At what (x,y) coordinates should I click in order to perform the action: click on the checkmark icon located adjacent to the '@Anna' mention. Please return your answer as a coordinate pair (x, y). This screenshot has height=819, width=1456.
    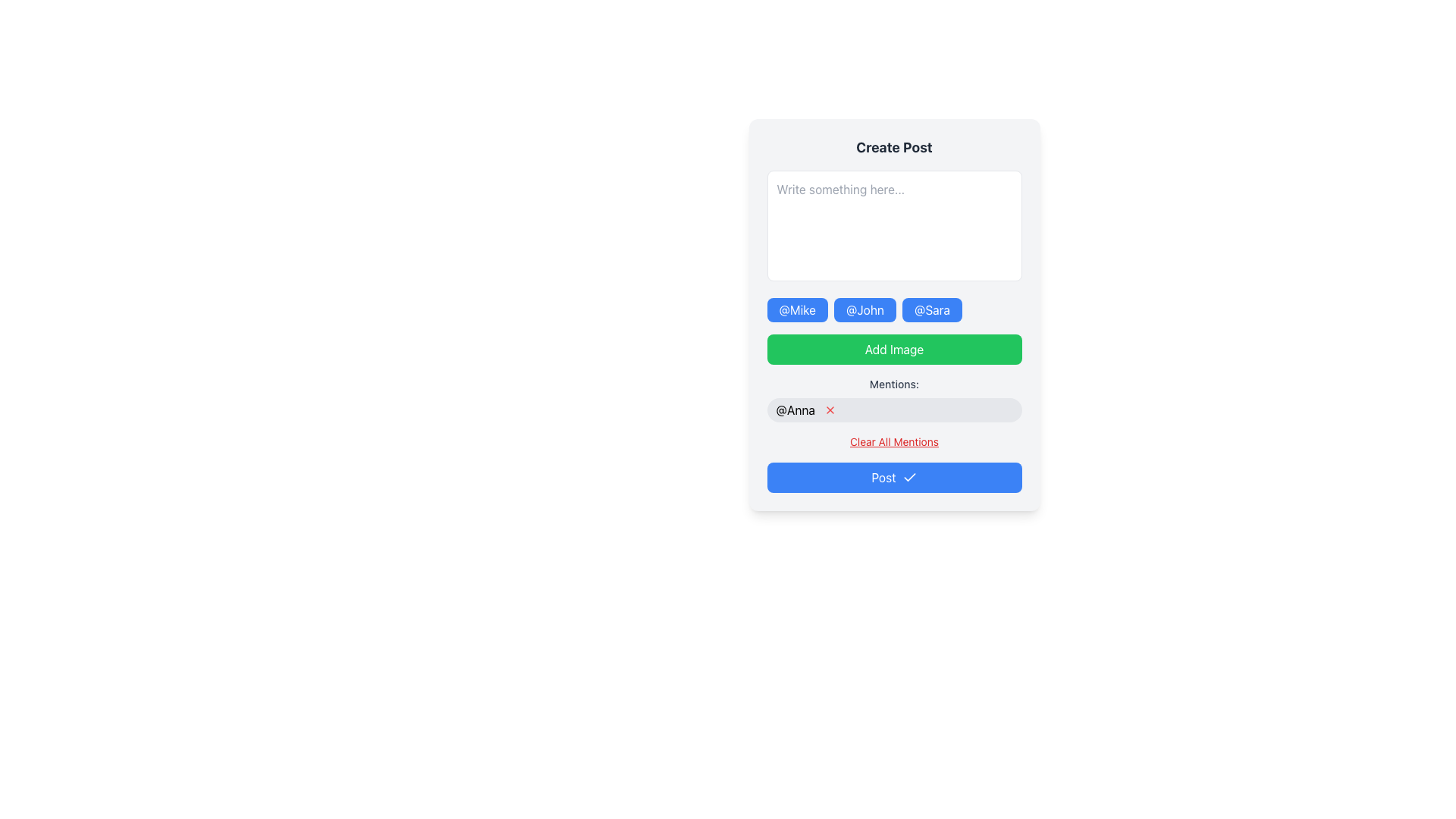
    Looking at the image, I should click on (909, 476).